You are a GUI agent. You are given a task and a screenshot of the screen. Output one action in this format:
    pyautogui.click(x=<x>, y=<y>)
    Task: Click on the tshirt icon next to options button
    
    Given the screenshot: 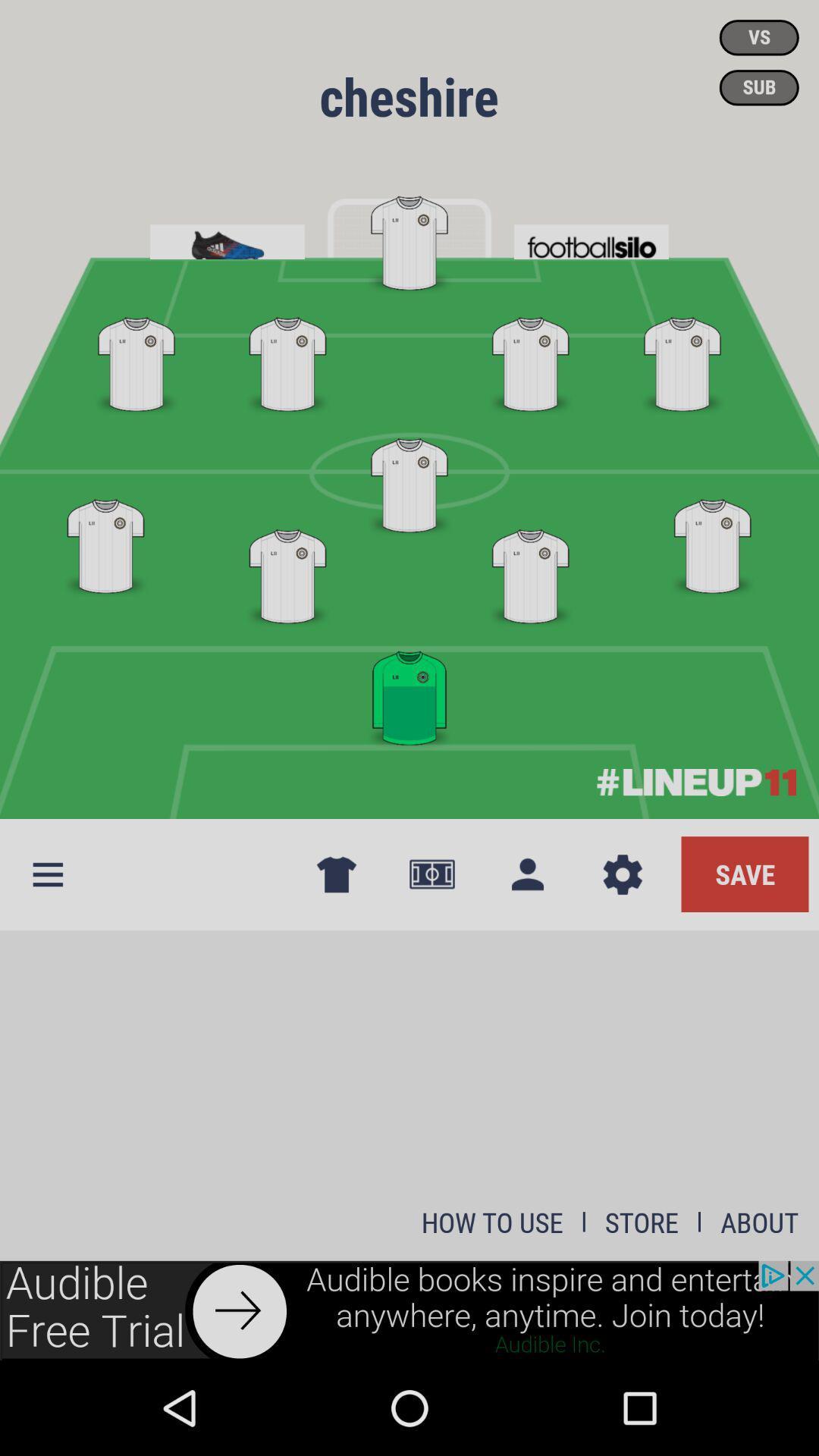 What is the action you would take?
    pyautogui.click(x=335, y=874)
    